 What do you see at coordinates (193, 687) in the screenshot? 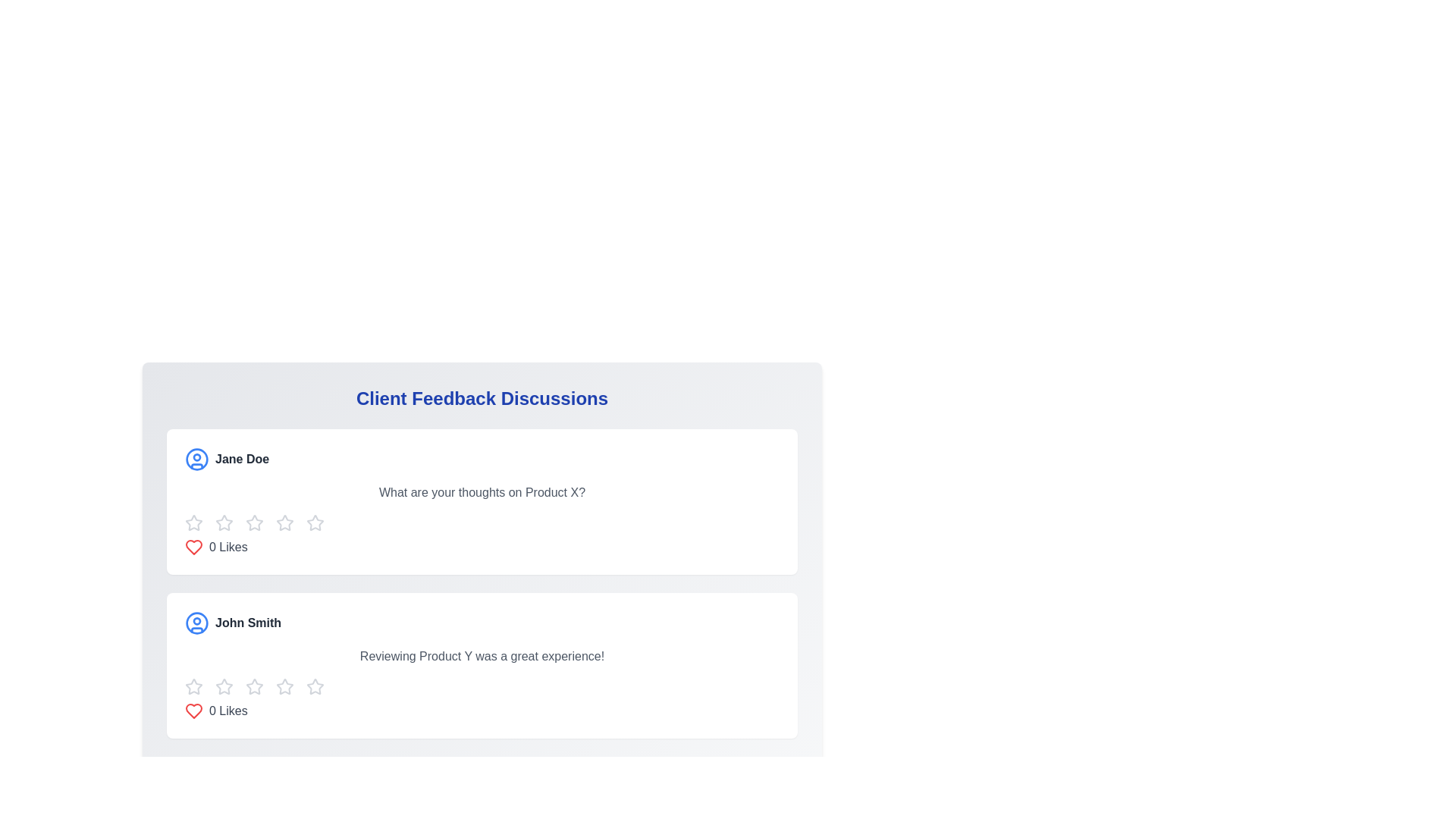
I see `the first star in the rating section under the user review titled 'John Smith', which is a selectable and interactive UI element` at bounding box center [193, 687].